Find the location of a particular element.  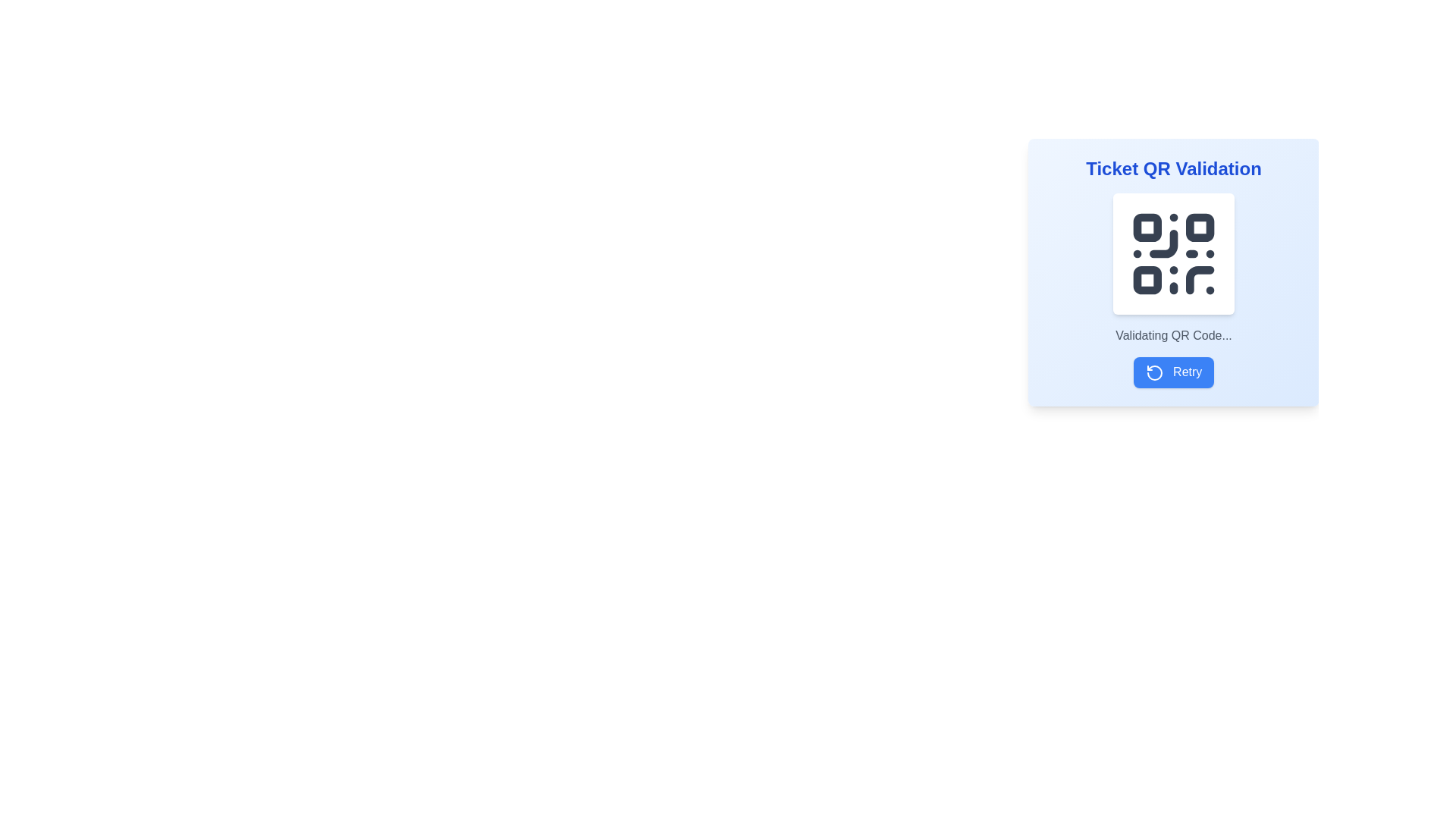

the QR code graphic element, which is styled in dark gray on a white background within a card layout under the header 'Ticket QR Validation' is located at coordinates (1173, 253).